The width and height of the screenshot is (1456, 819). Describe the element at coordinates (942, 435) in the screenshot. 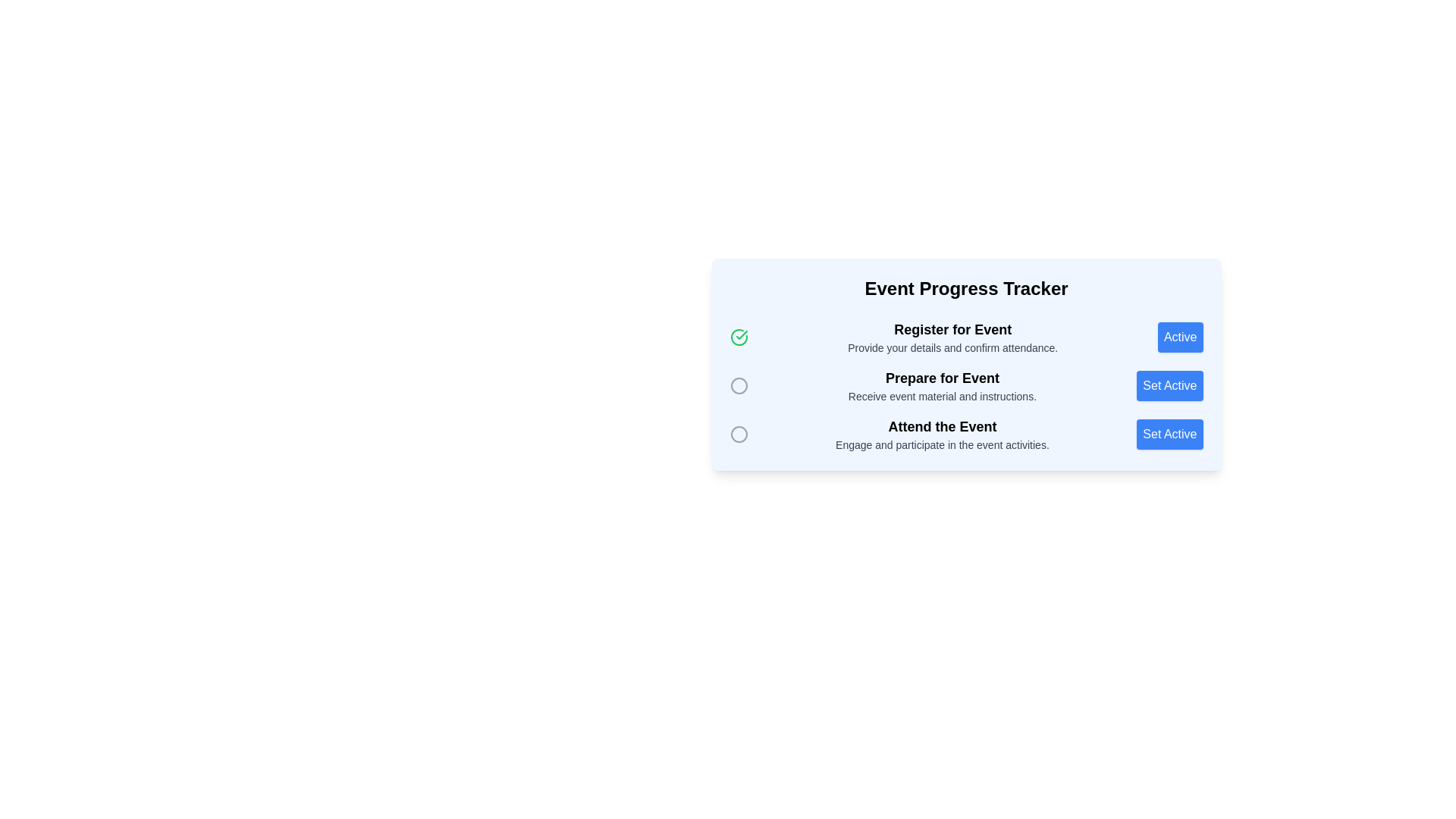

I see `the third Text Label in the event progress tracker that indicates user participation` at that location.